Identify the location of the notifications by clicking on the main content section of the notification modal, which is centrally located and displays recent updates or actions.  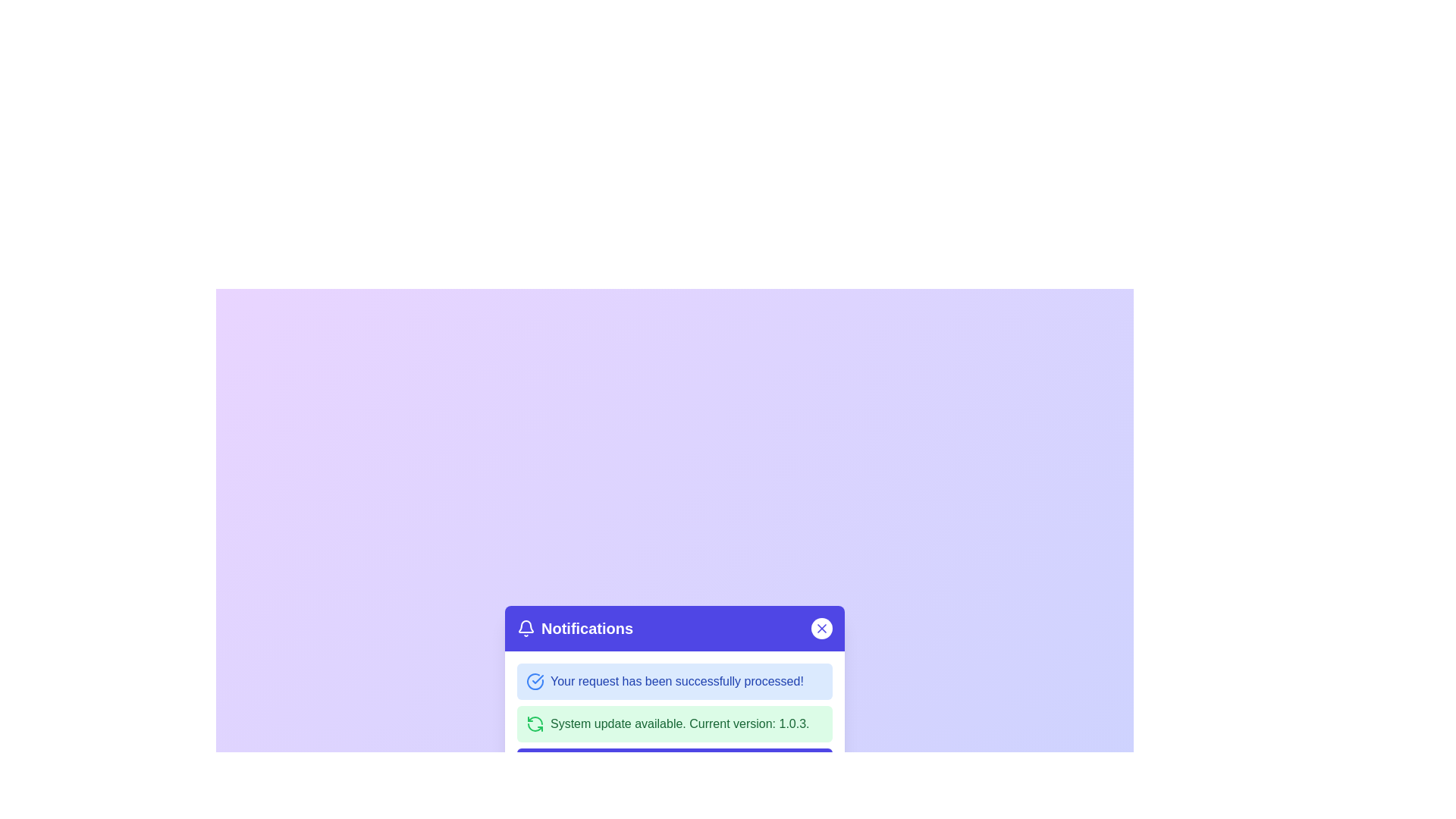
(673, 698).